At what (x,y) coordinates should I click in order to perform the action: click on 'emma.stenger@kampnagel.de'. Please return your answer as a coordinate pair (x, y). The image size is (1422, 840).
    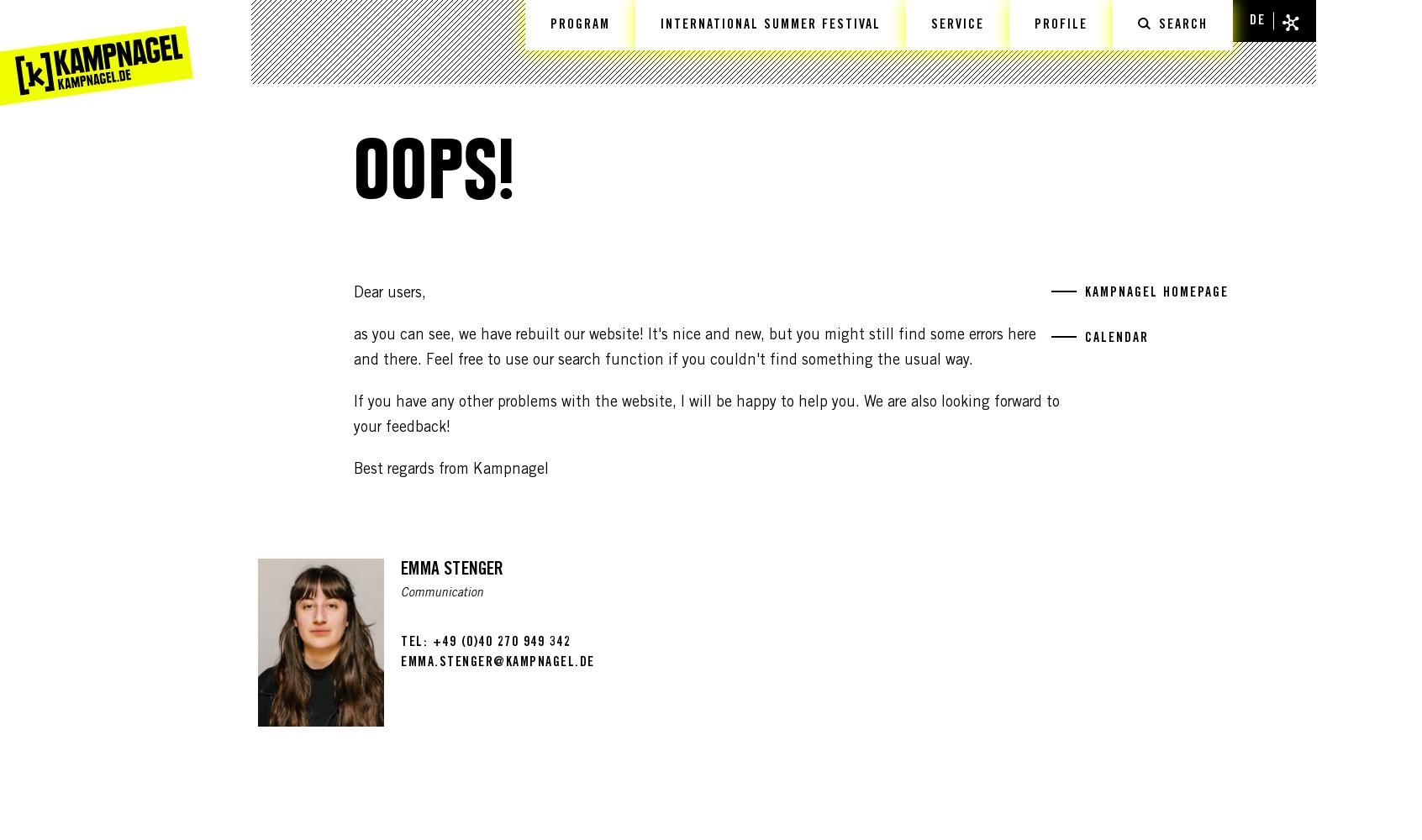
    Looking at the image, I should click on (497, 662).